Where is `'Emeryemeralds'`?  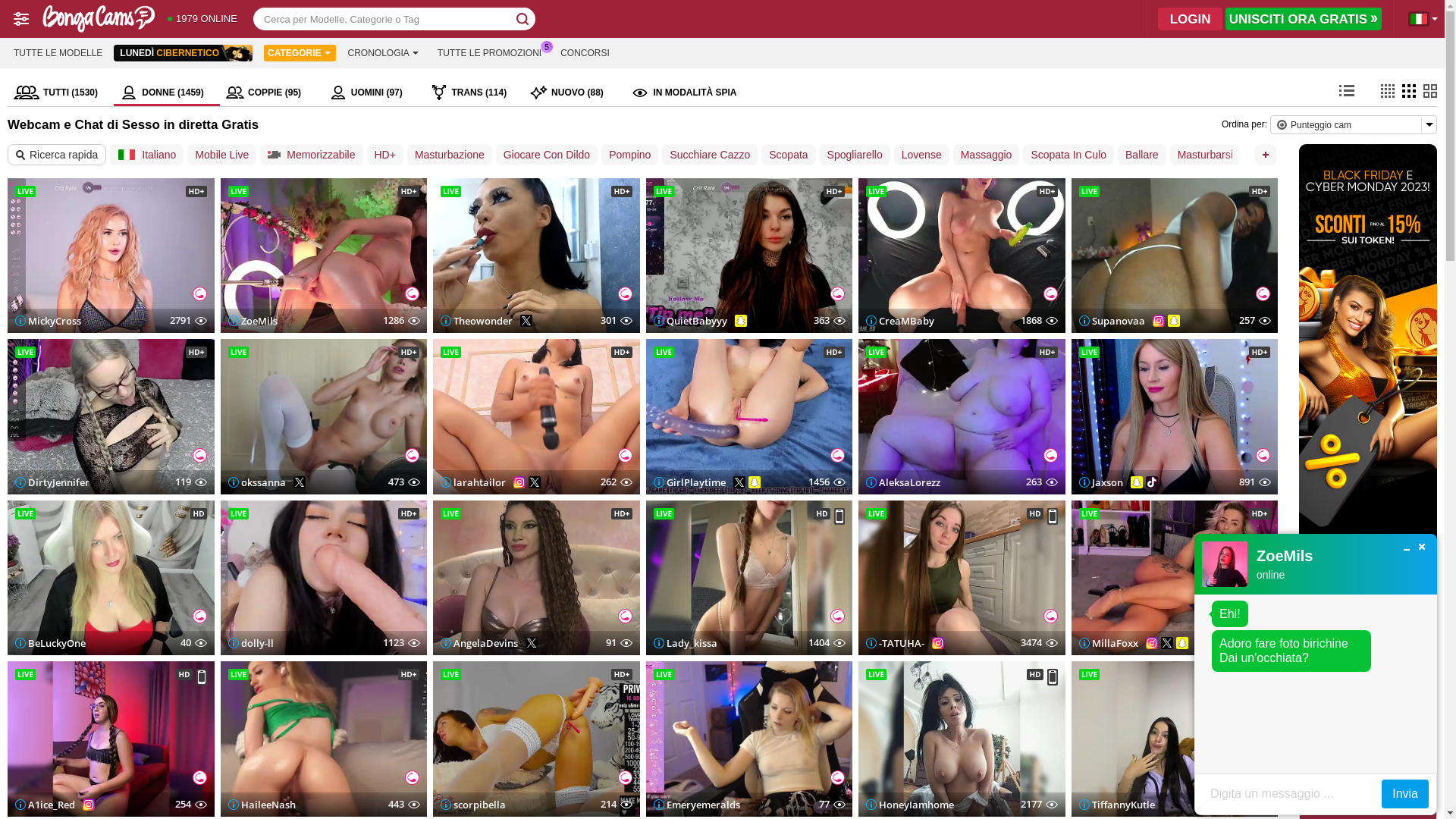
'Emeryemeralds' is located at coordinates (695, 803).